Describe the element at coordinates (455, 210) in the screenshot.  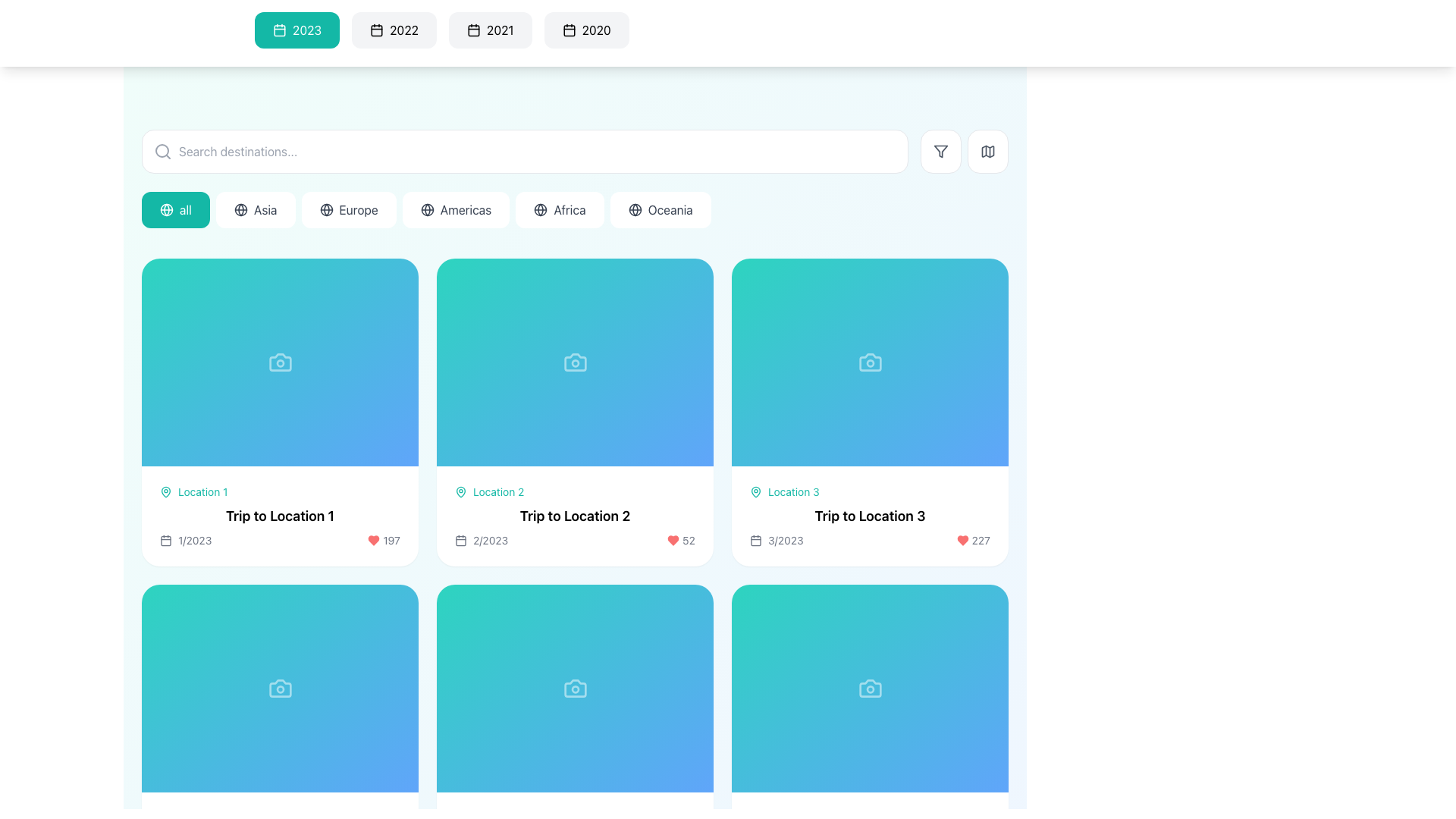
I see `the button that filters content related to the 'Americas' category, positioned fourth in a horizontal list of buttons between 'Europe' and 'Africa'` at that location.